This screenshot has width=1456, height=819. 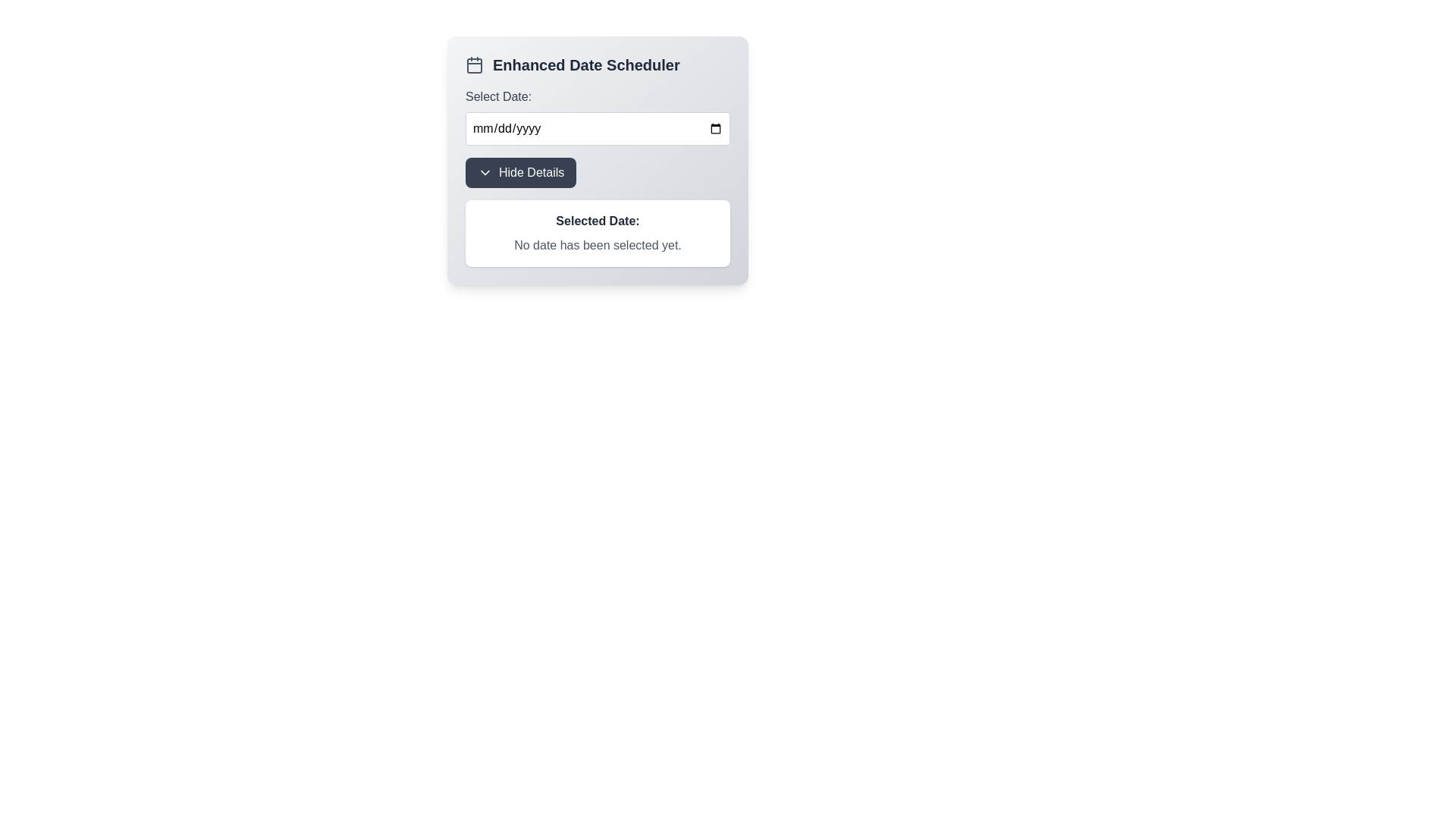 What do you see at coordinates (498, 96) in the screenshot?
I see `the text label displaying 'Select Date:' which is aligned left and positioned above the date input field` at bounding box center [498, 96].